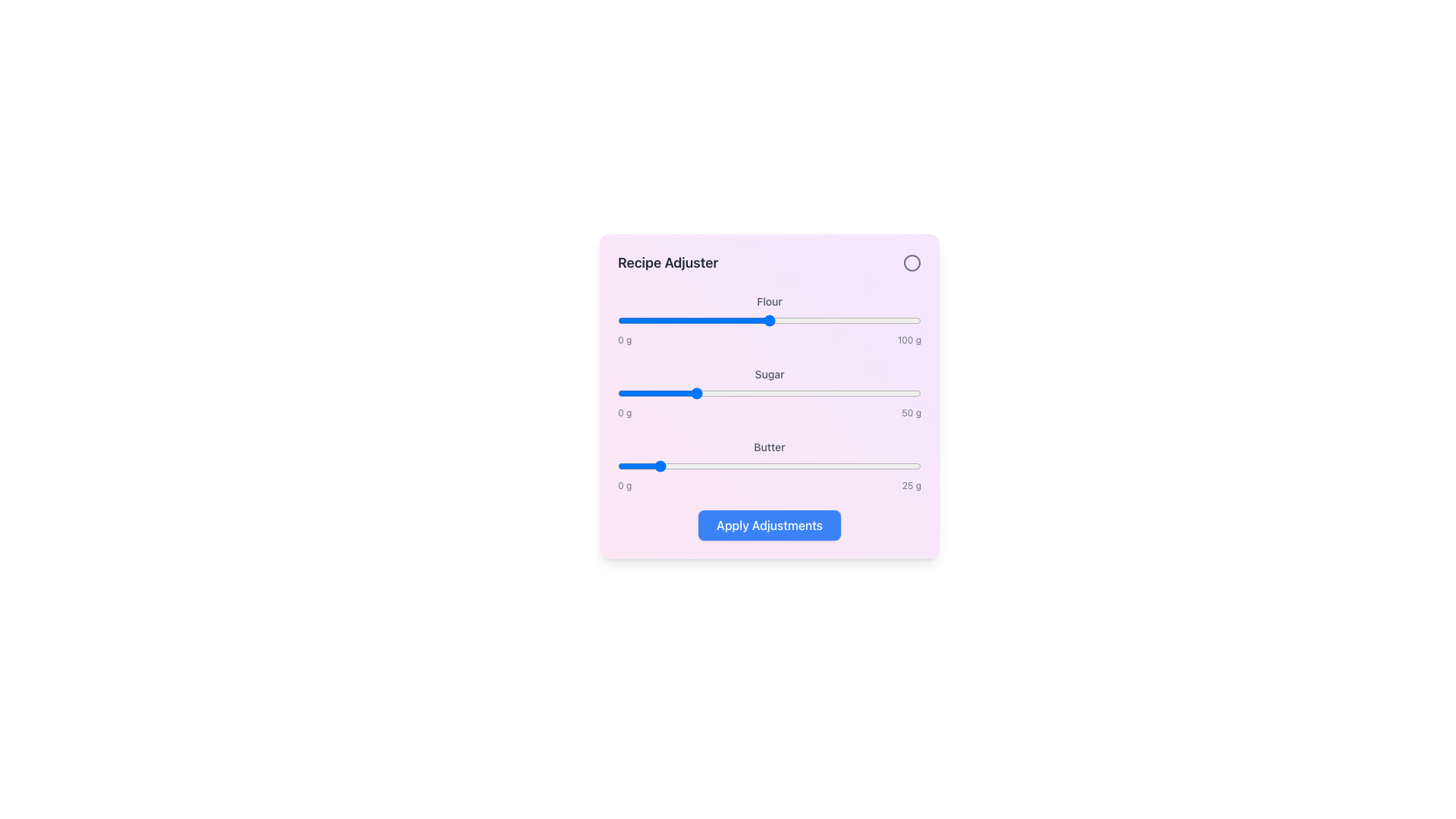 The height and width of the screenshot is (819, 1456). What do you see at coordinates (687, 320) in the screenshot?
I see `the flour amount` at bounding box center [687, 320].